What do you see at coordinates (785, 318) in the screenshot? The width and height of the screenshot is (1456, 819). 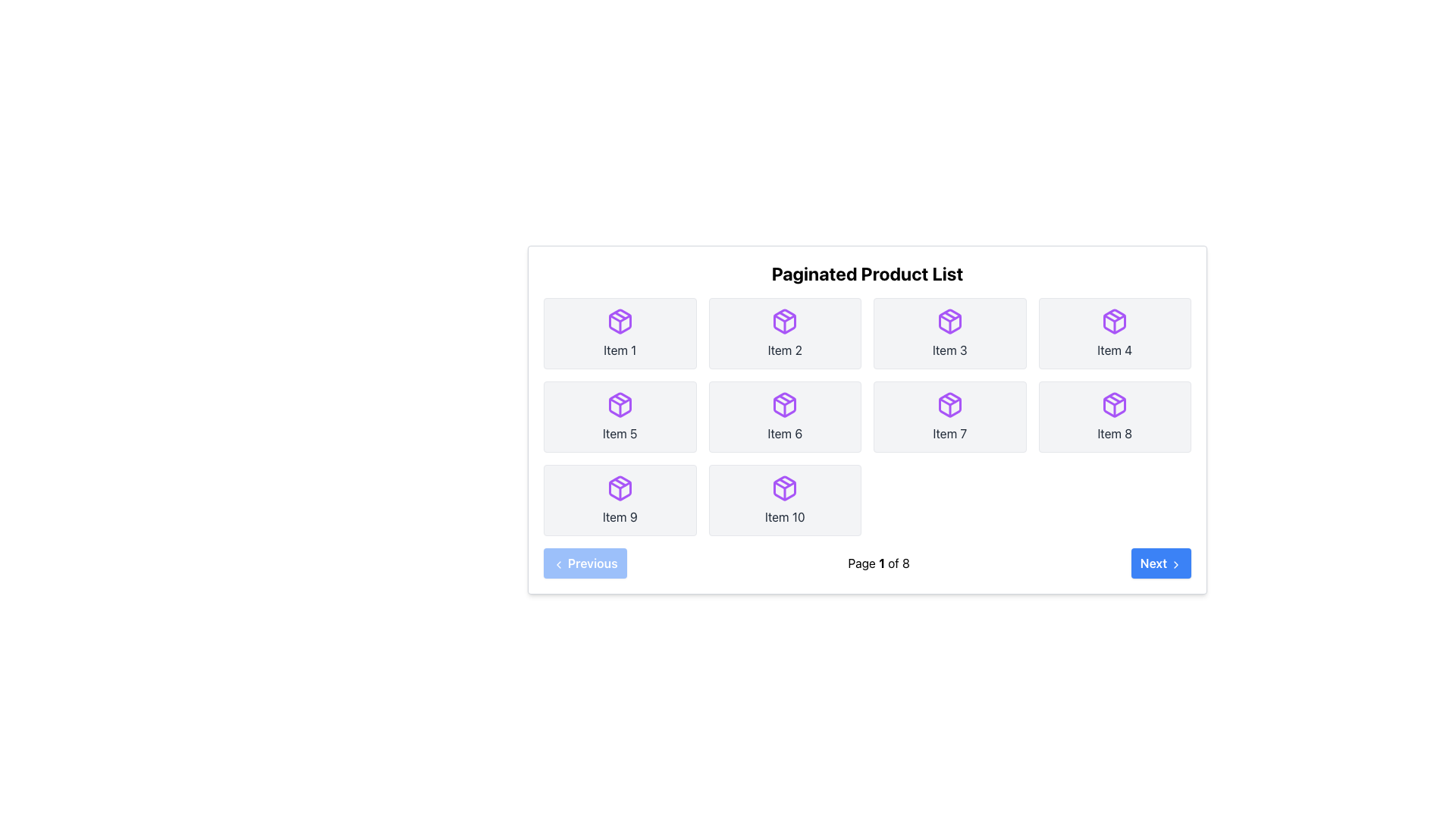 I see `the purple package box icon, which is the second icon from the left in the top row of the 'Paginated Product List' grid` at bounding box center [785, 318].